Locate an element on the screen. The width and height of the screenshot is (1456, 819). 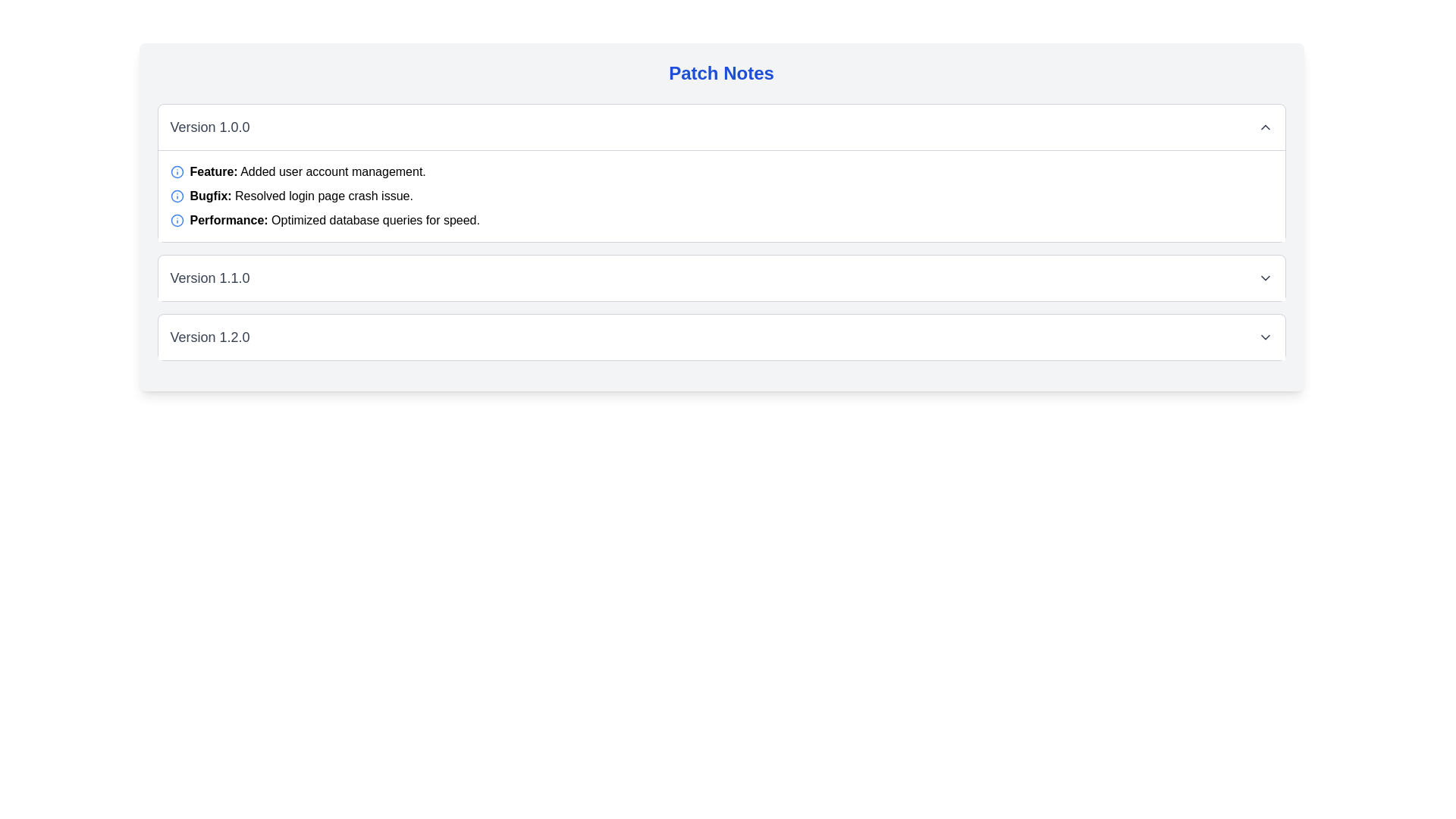
the static text label indicating the version number for the related expandable section, which is positioned between 'Version 1.0.0' and 'Version 1.2.0' is located at coordinates (209, 278).